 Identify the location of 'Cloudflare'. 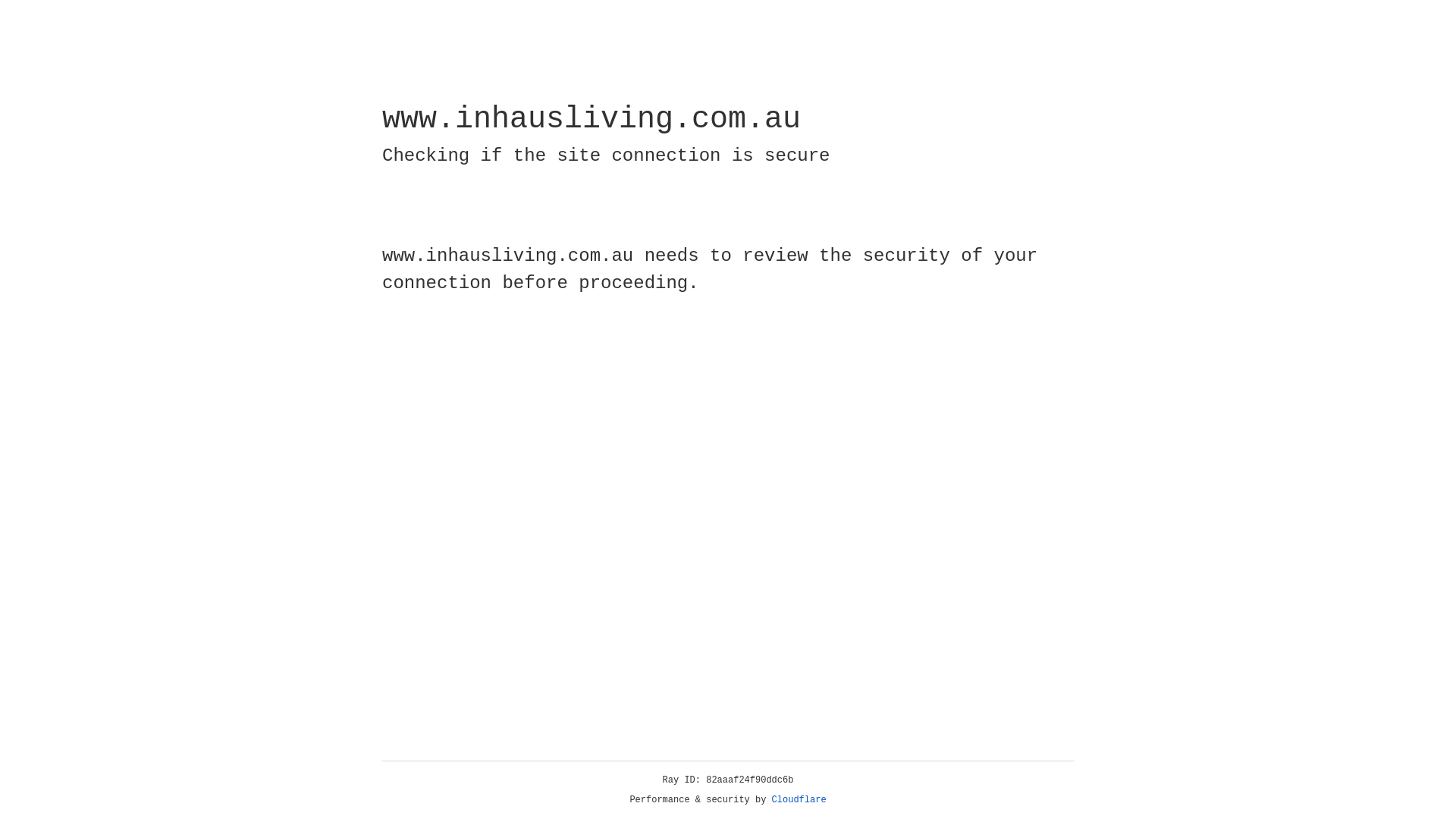
(799, 799).